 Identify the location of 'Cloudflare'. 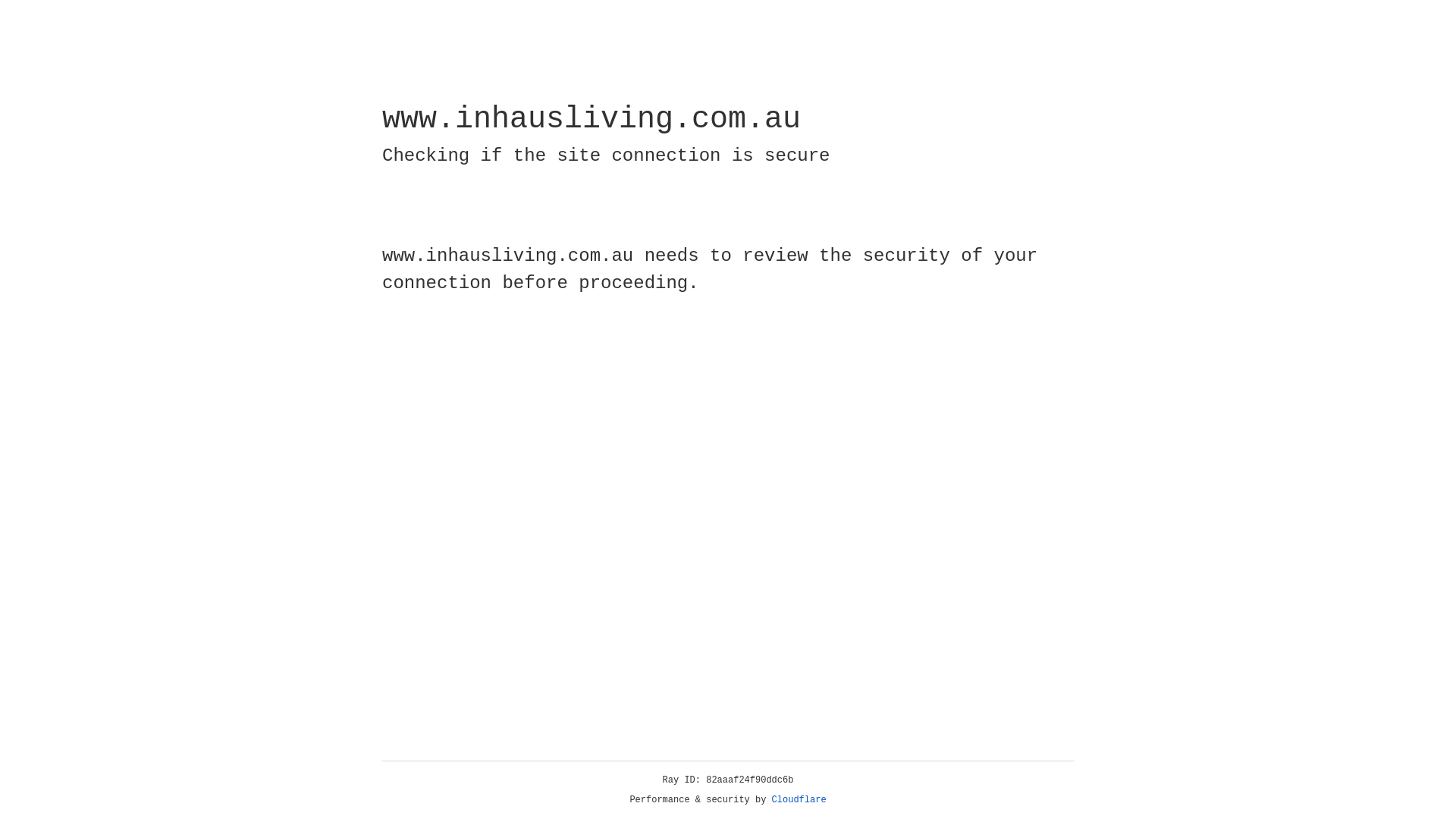
(799, 799).